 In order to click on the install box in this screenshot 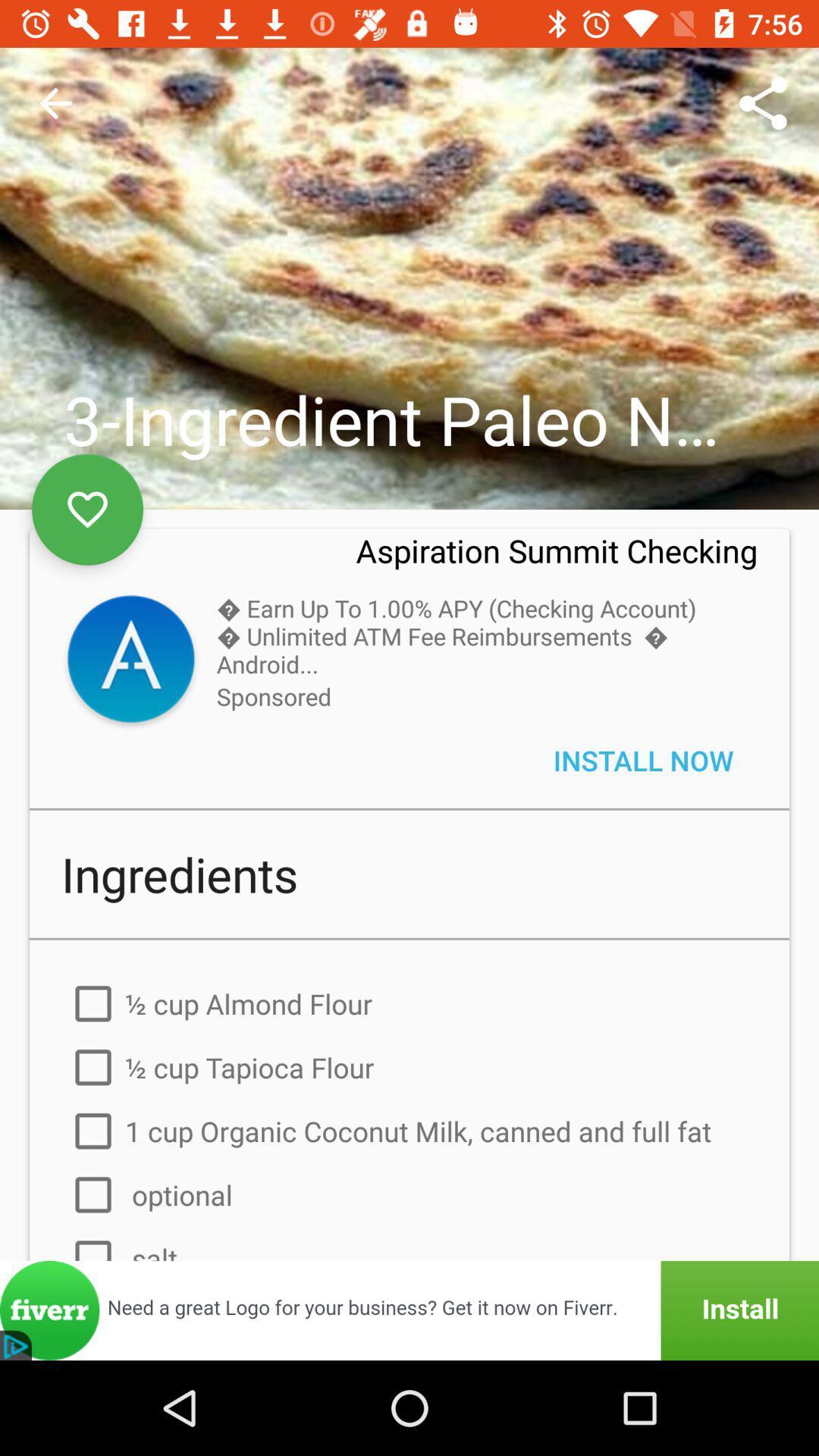, I will do `click(409, 1310)`.